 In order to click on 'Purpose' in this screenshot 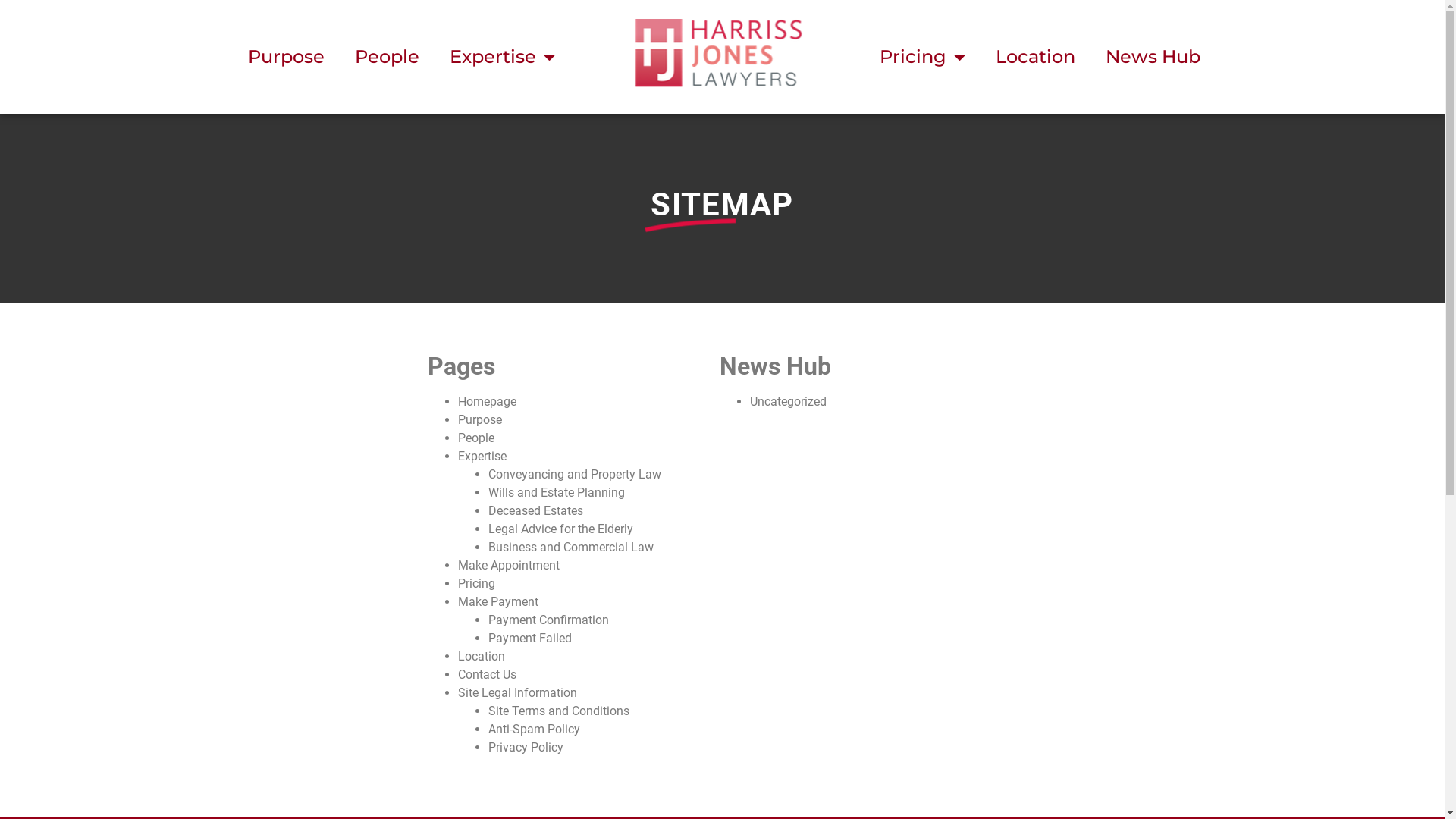, I will do `click(479, 419)`.